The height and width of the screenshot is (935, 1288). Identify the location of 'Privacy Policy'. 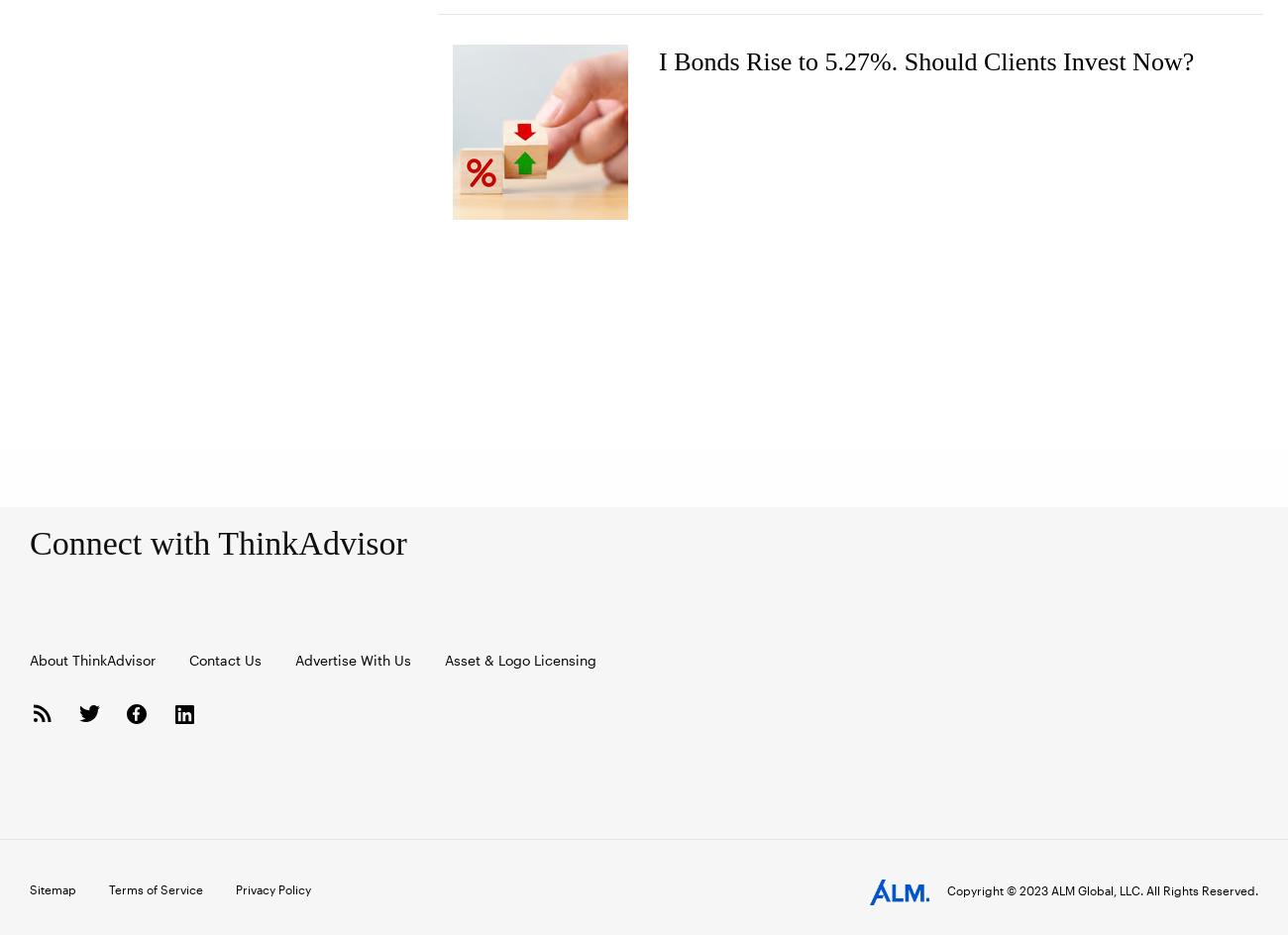
(272, 886).